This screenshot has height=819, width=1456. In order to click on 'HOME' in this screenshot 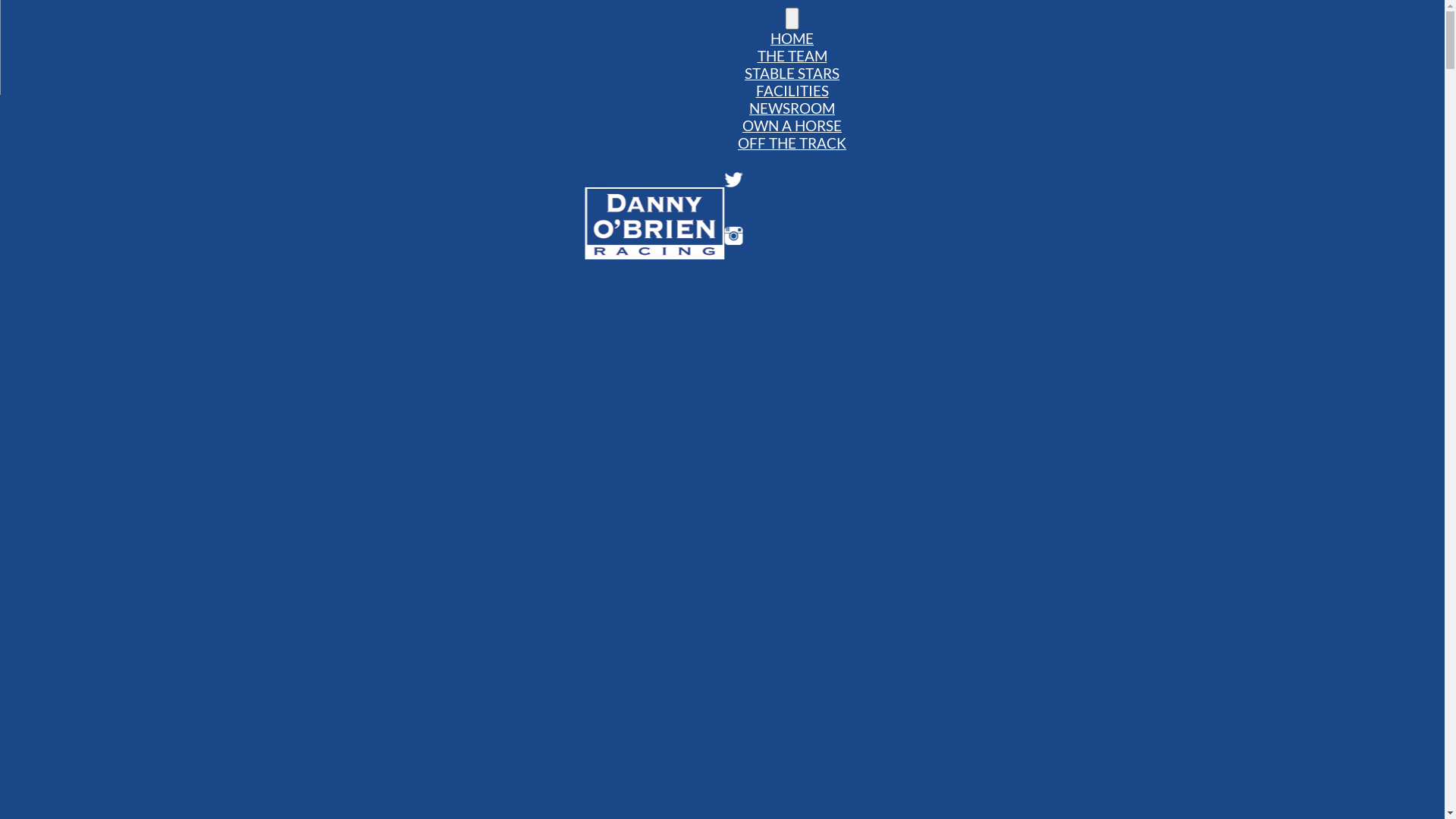, I will do `click(791, 37)`.